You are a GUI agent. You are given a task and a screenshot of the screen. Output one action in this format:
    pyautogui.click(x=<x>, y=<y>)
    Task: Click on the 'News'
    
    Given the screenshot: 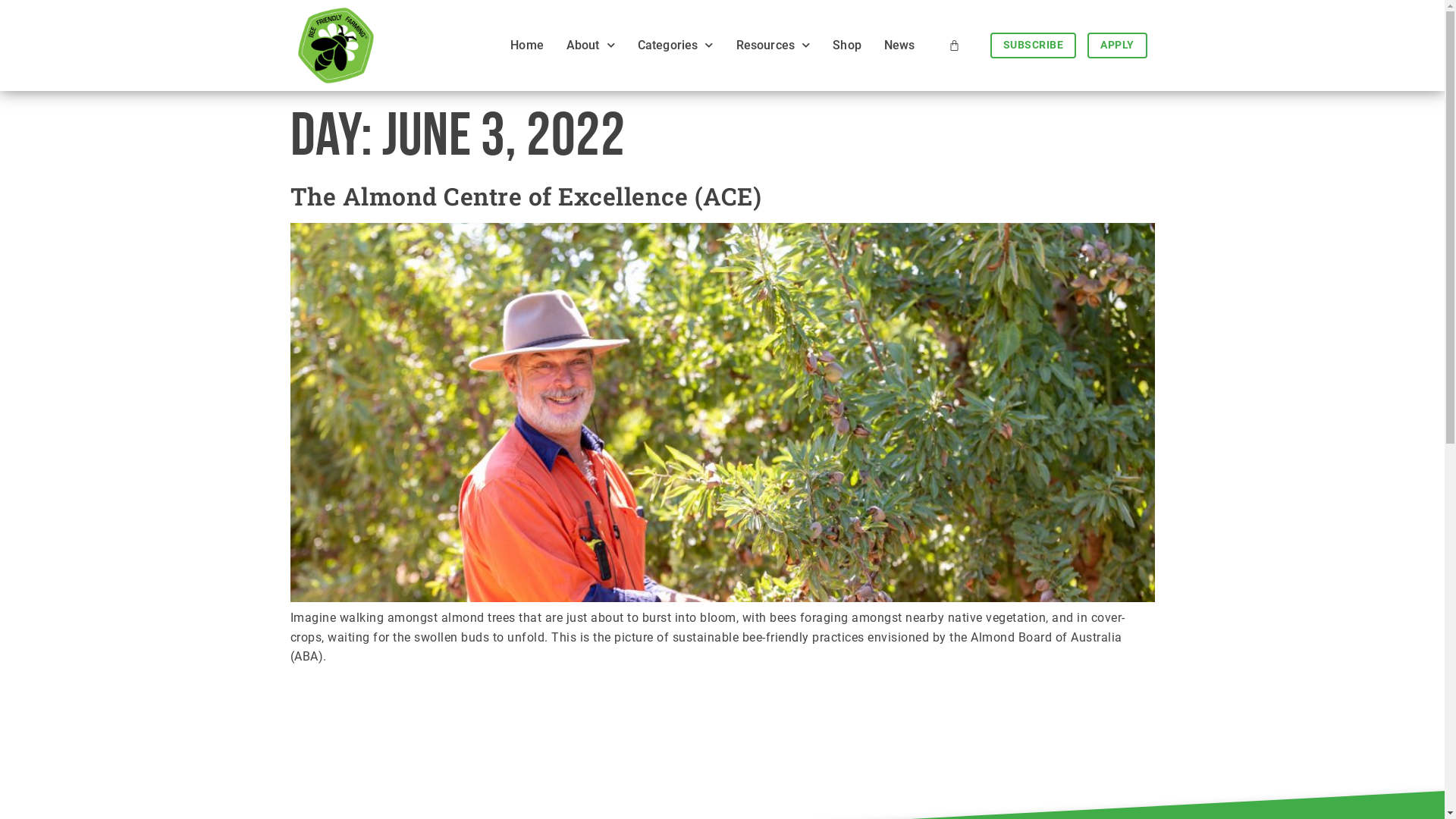 What is the action you would take?
    pyautogui.click(x=899, y=45)
    